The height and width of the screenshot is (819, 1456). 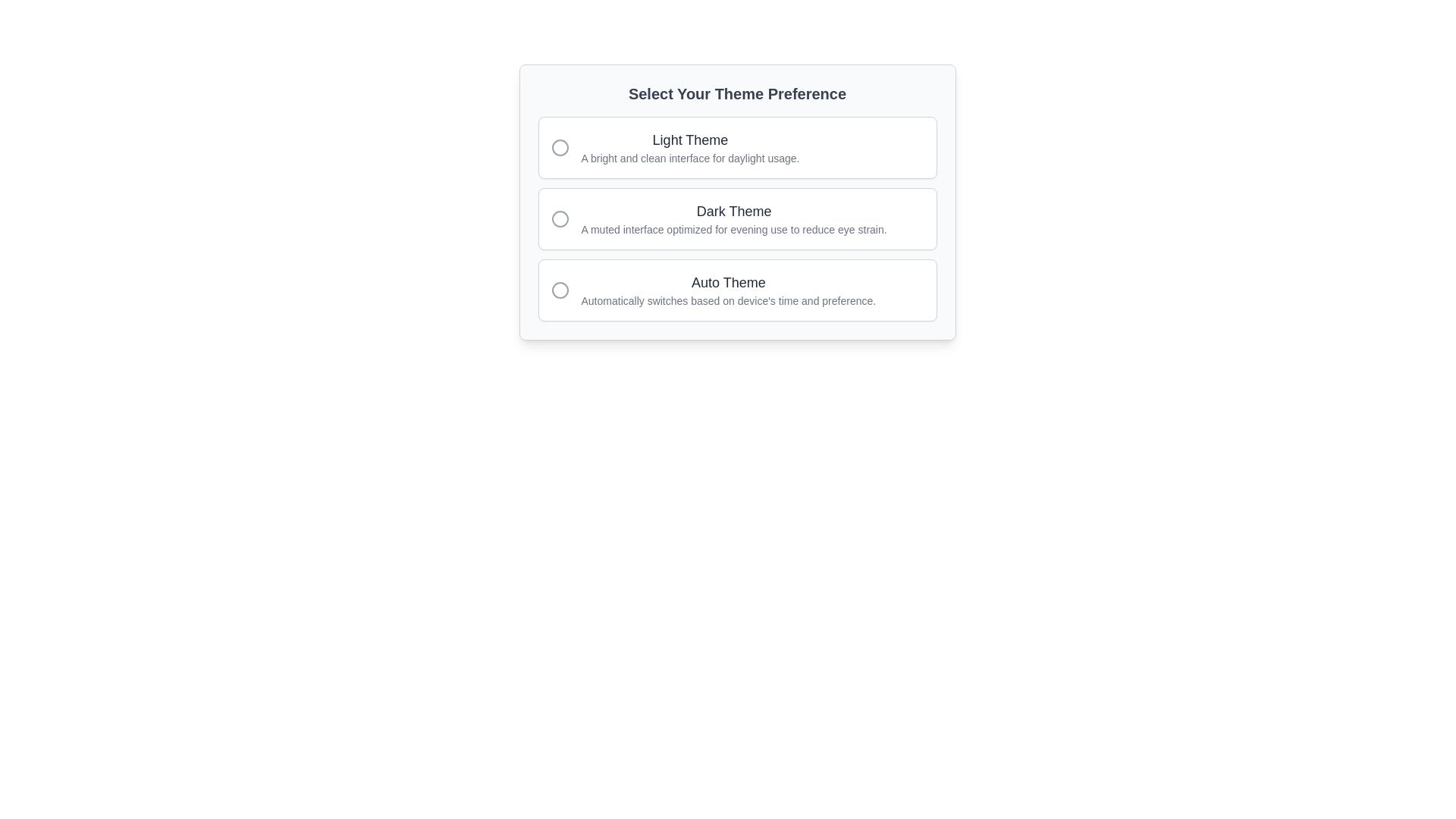 What do you see at coordinates (559, 219) in the screenshot?
I see `the interactive indicator for selecting the 'Dark Theme' option, located to the left of the 'Dark Theme' text in the theme selection list` at bounding box center [559, 219].